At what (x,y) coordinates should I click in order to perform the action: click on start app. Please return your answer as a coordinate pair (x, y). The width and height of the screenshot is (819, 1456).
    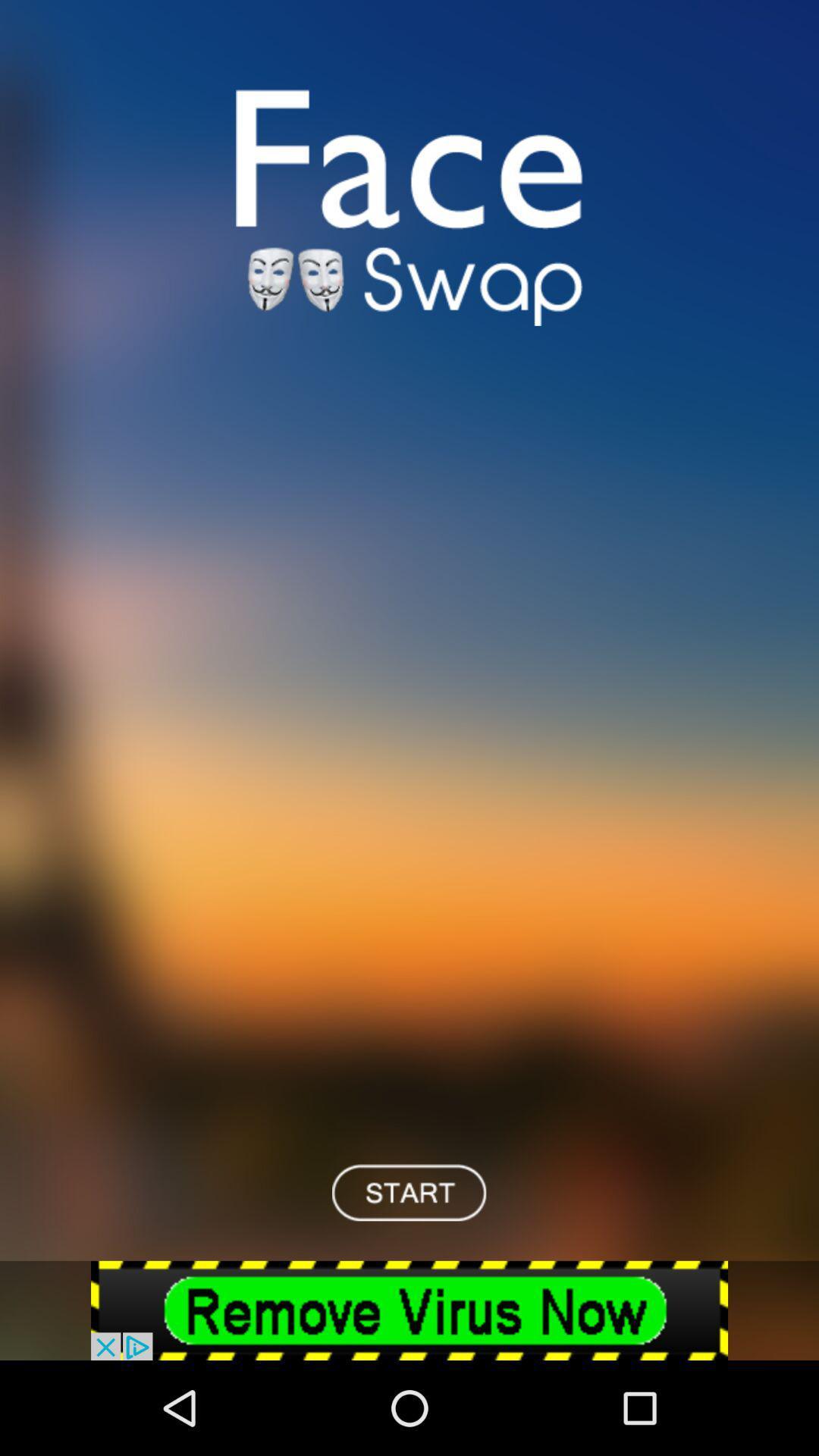
    Looking at the image, I should click on (408, 1191).